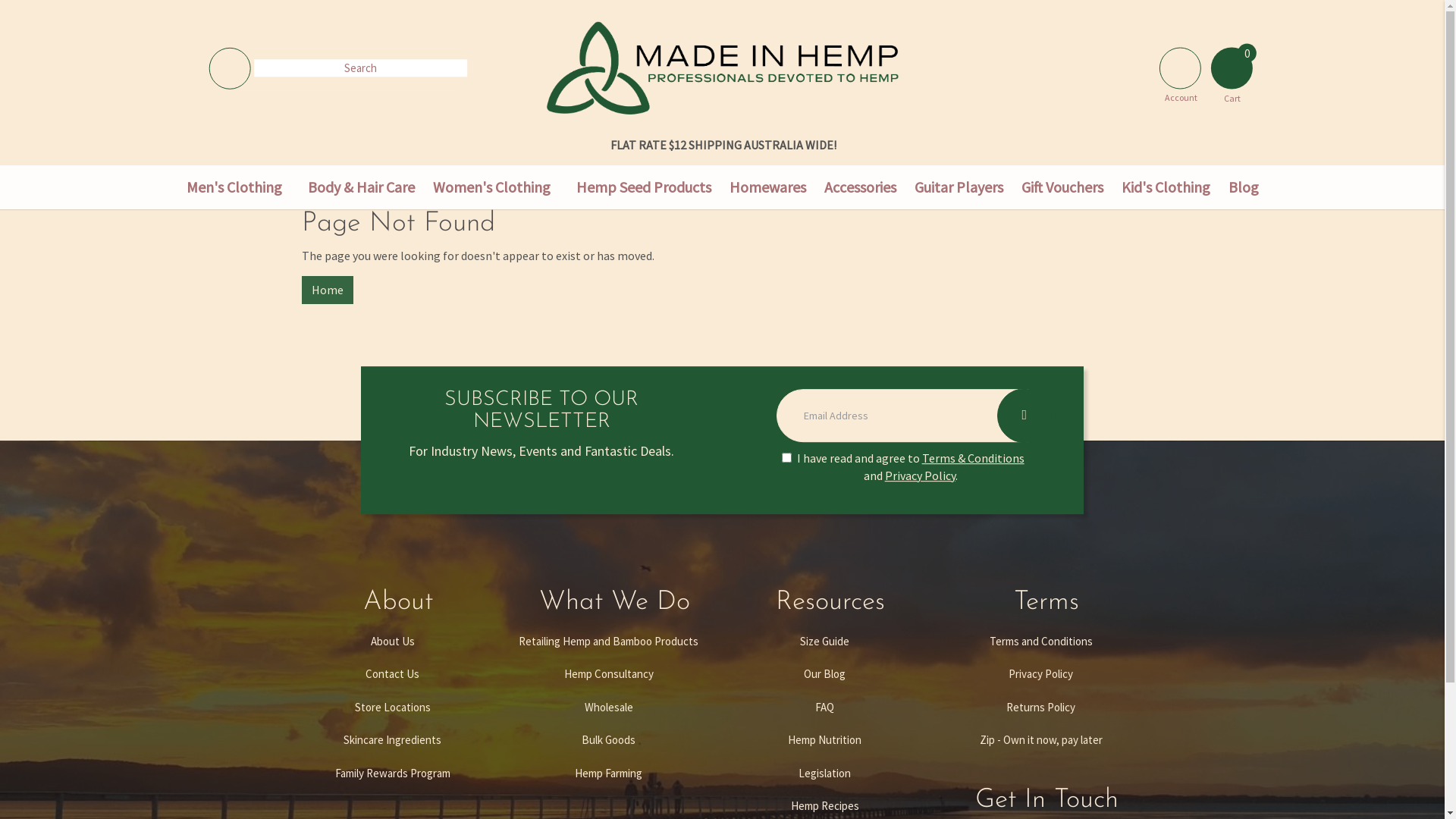 The image size is (1456, 819). I want to click on 'FAQ', so click(823, 707).